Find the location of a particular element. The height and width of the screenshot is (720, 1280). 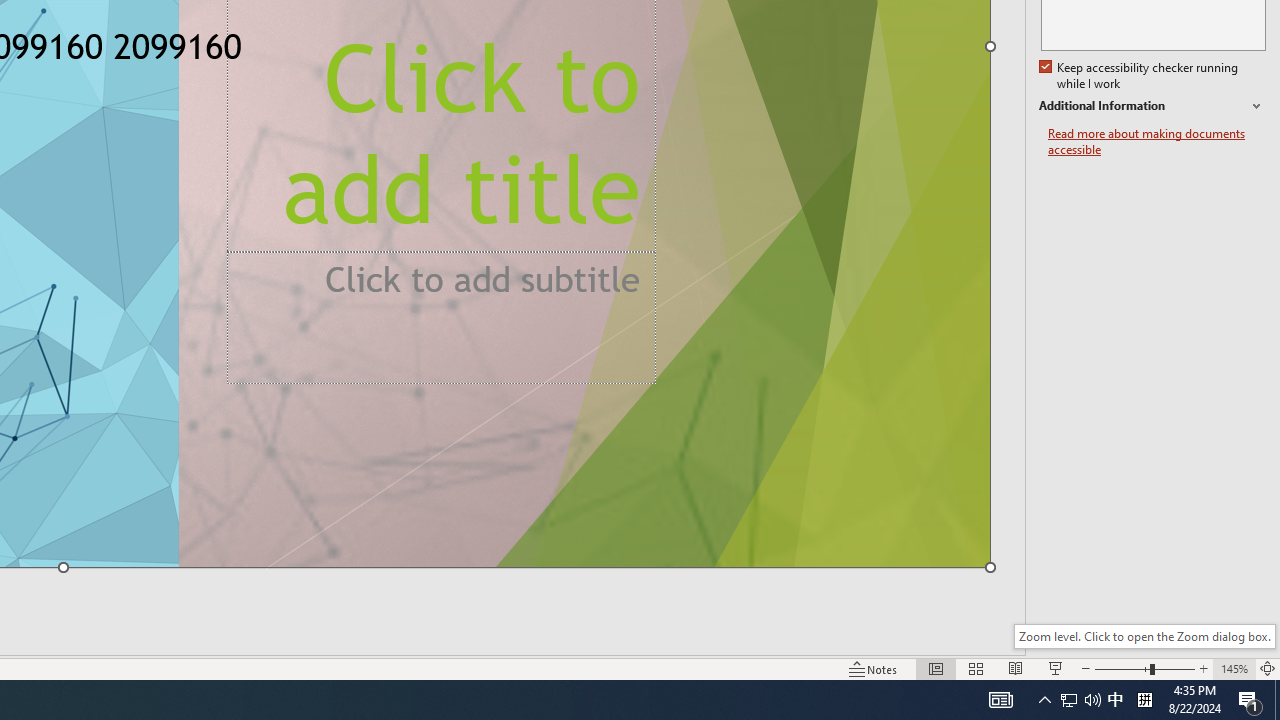

'Additional Information' is located at coordinates (1152, 106).